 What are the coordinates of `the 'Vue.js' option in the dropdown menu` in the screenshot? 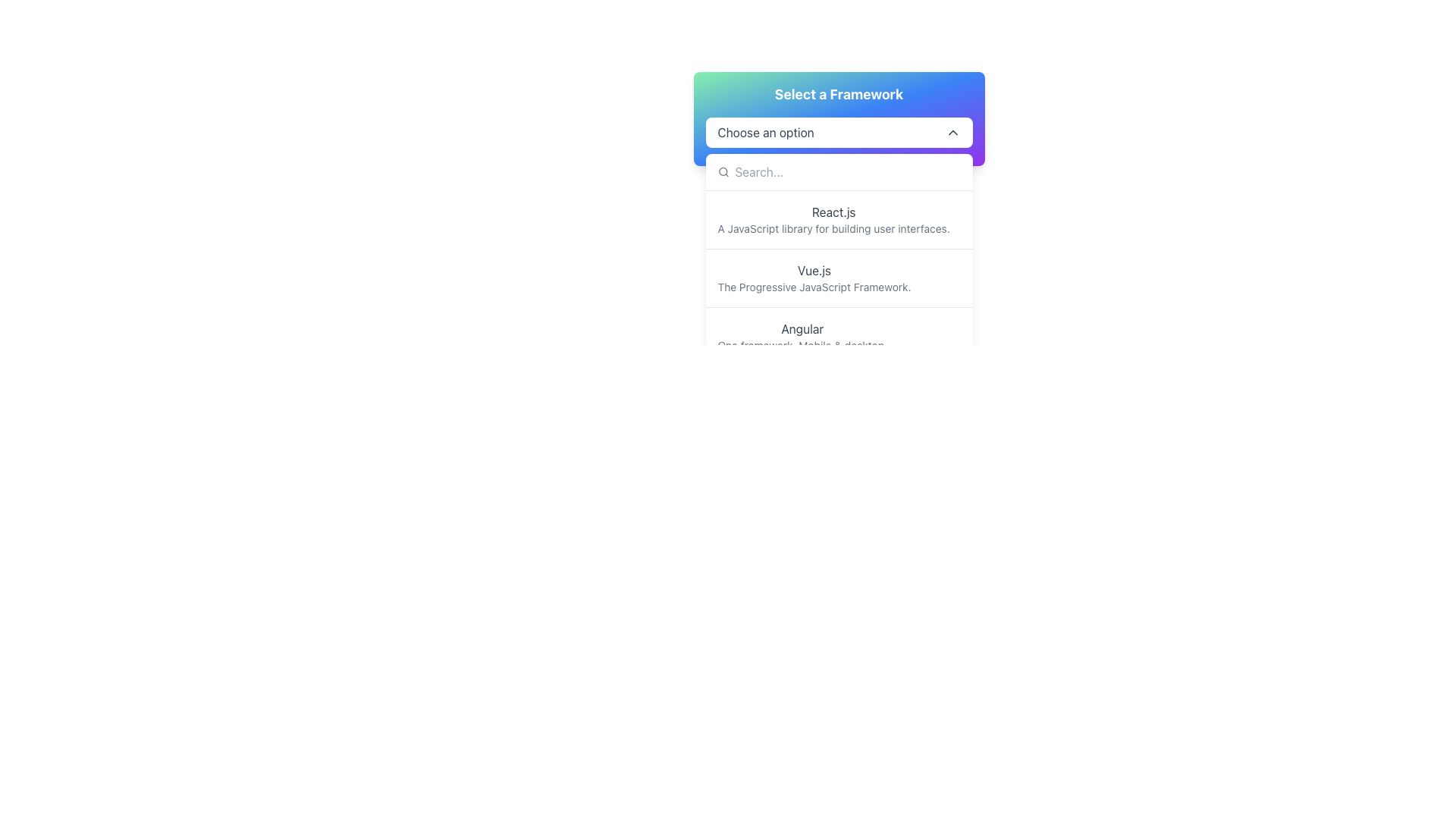 It's located at (814, 270).